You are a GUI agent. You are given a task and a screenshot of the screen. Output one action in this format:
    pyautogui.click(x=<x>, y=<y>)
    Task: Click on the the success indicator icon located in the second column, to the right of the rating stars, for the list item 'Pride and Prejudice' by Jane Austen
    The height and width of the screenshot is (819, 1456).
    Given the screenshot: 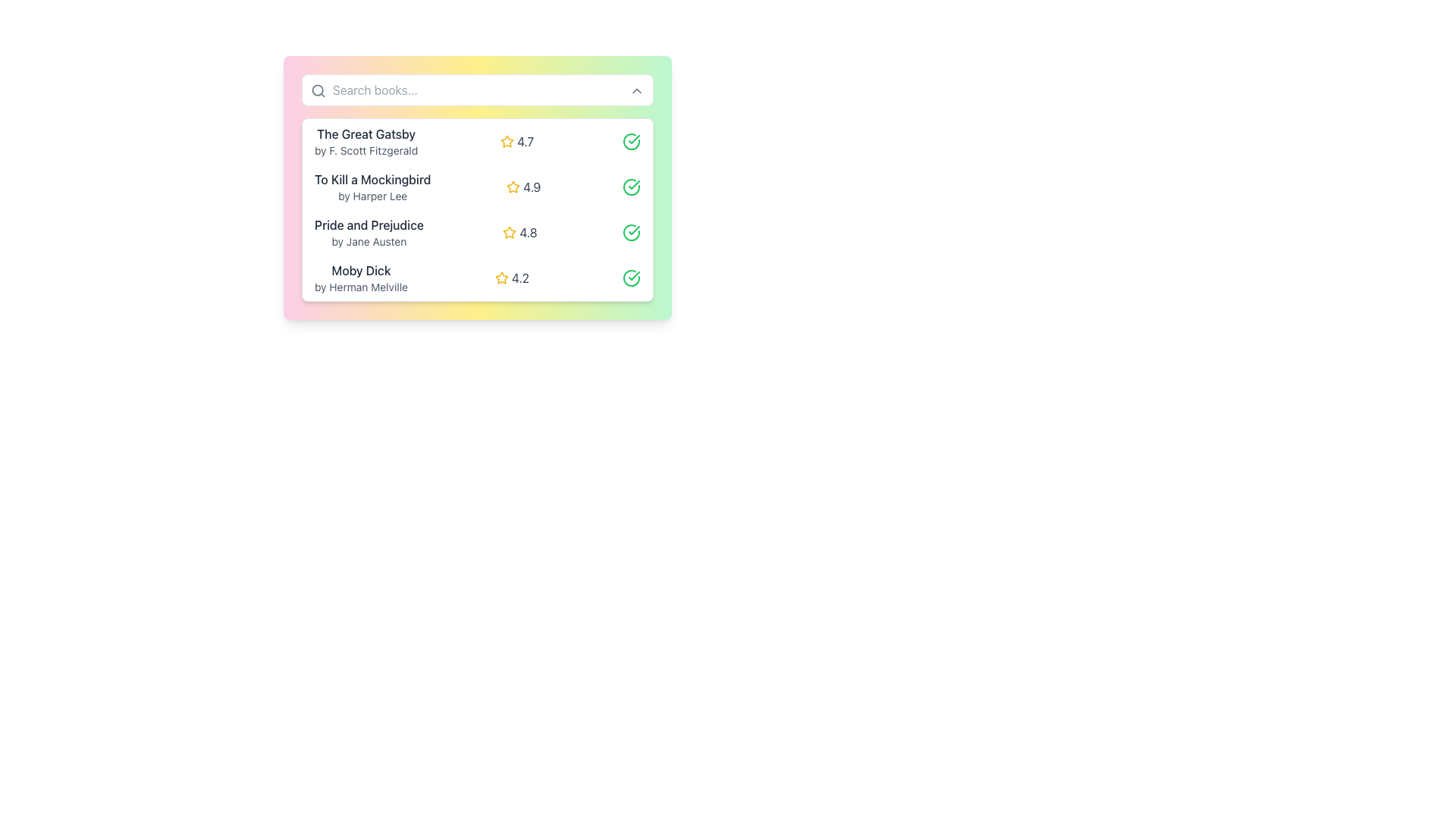 What is the action you would take?
    pyautogui.click(x=634, y=140)
    